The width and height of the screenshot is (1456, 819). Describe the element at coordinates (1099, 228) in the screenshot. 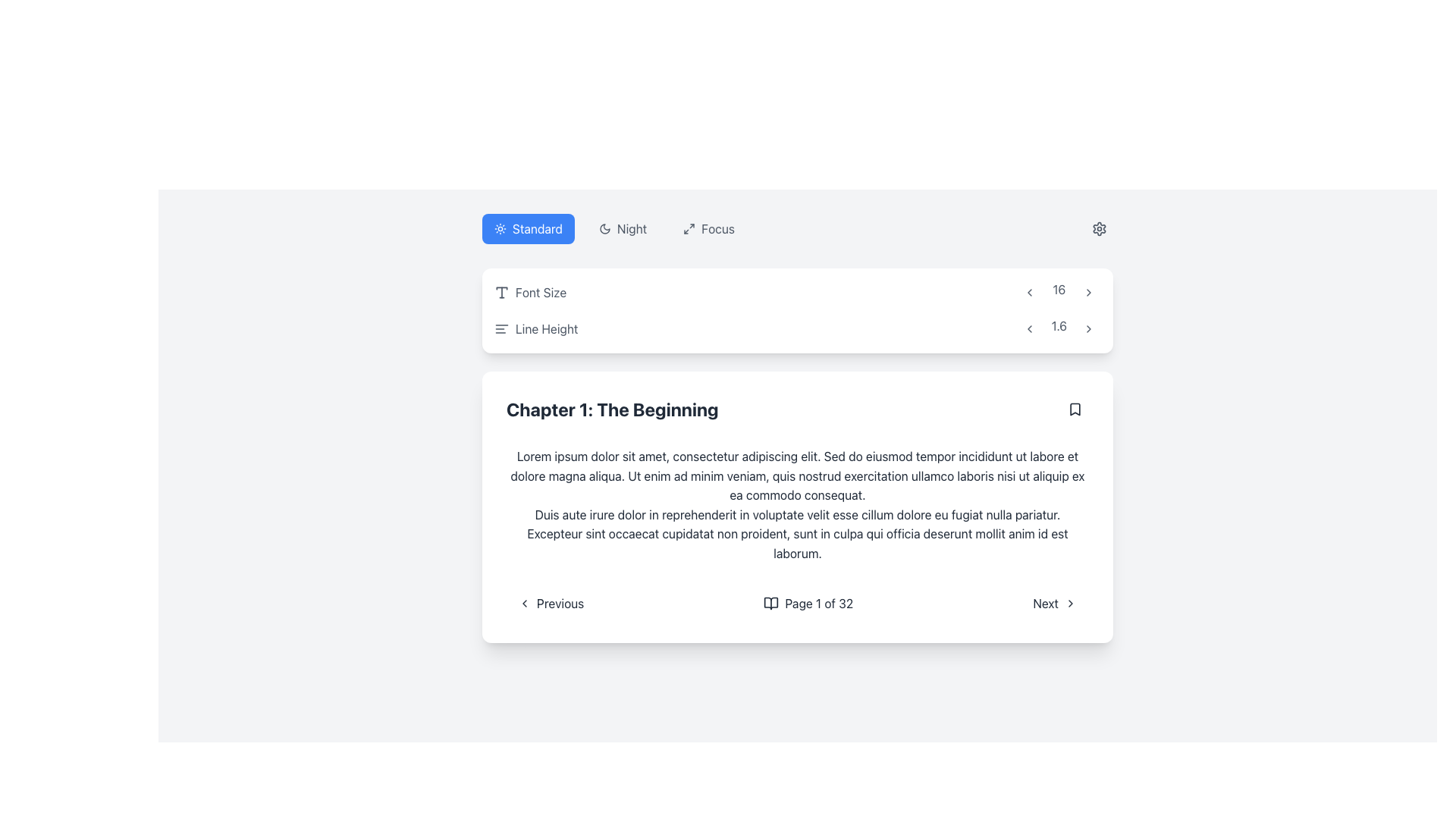

I see `the settings icon within the interactive button located at the top-right corner of the user interface` at that location.